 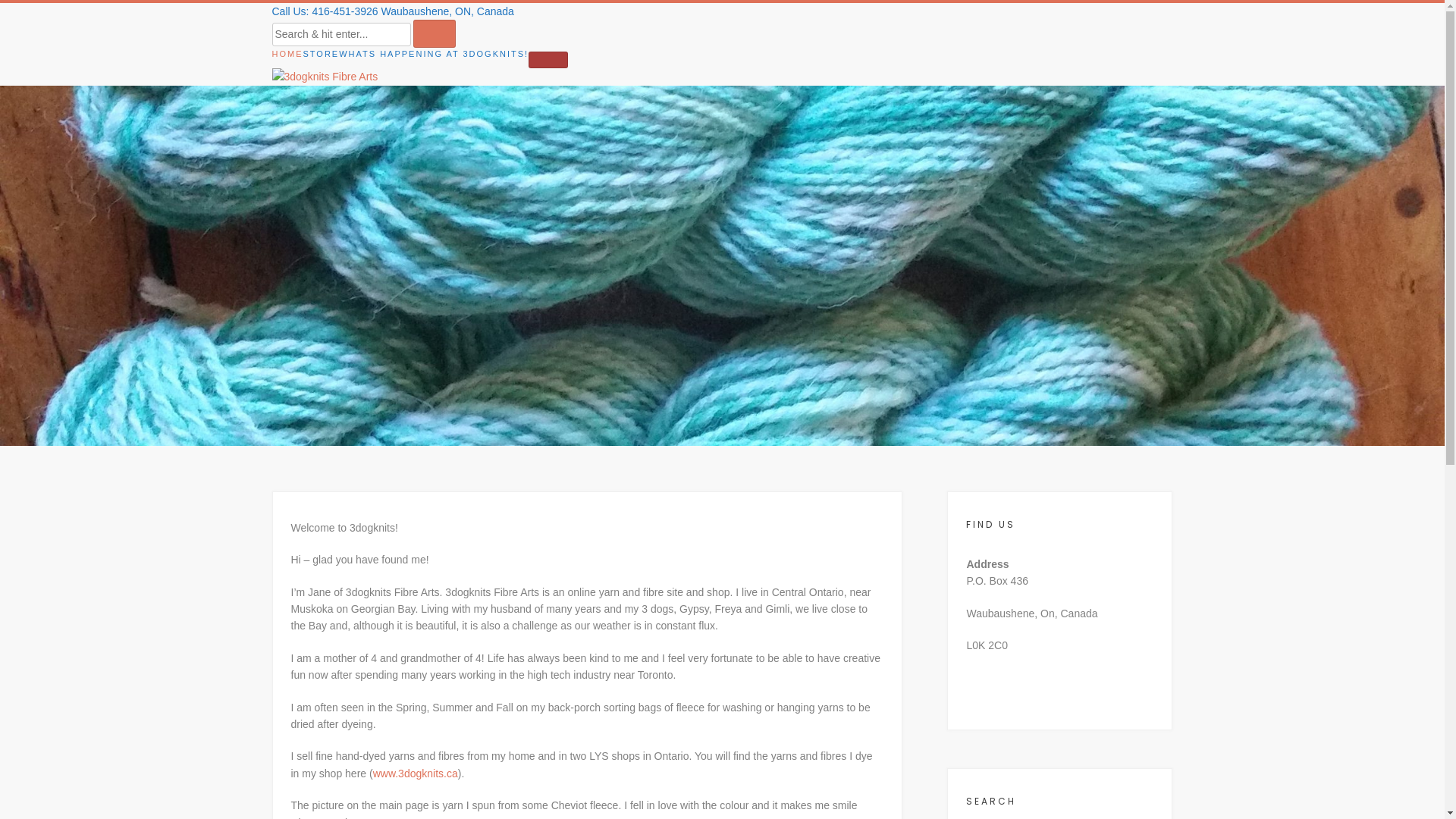 What do you see at coordinates (287, 54) in the screenshot?
I see `'HOME'` at bounding box center [287, 54].